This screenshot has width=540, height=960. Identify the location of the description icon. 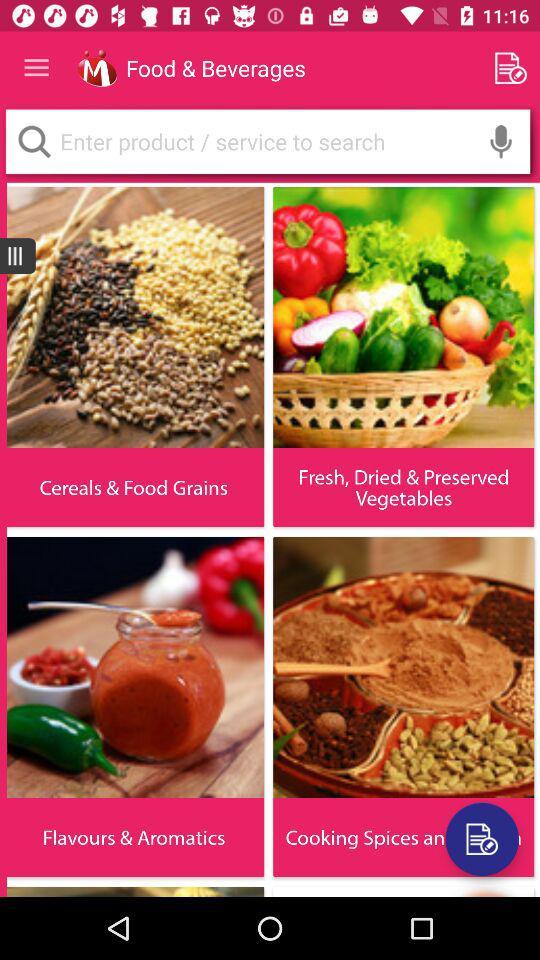
(481, 839).